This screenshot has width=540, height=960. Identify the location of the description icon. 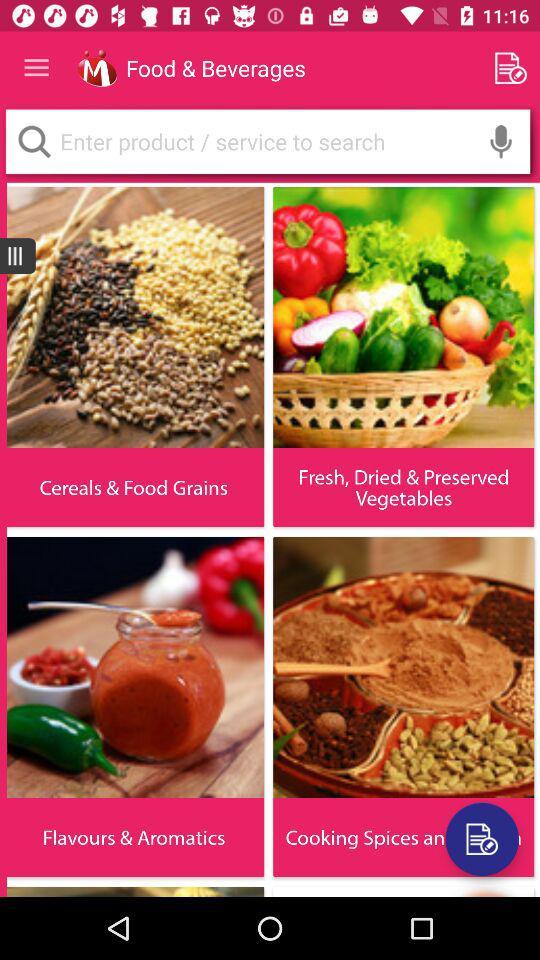
(481, 839).